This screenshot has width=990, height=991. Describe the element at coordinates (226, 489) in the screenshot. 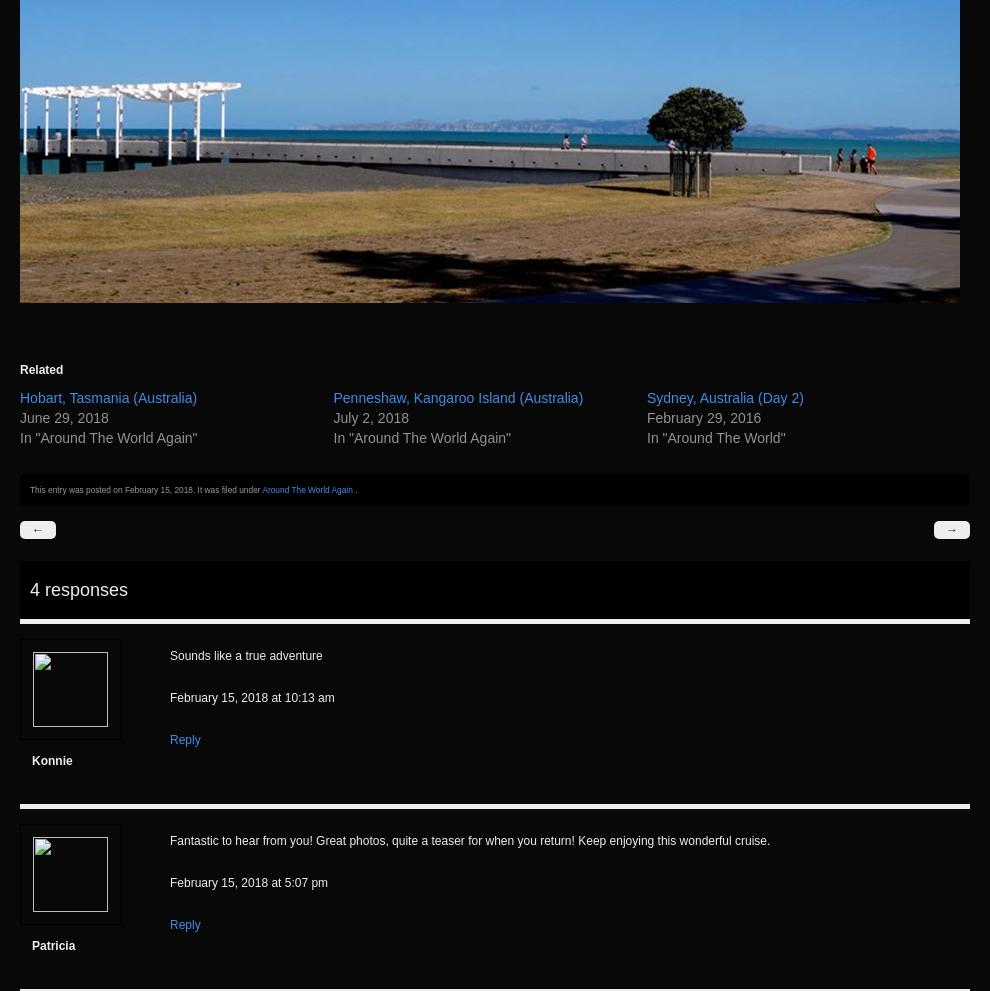

I see `'. It was filed under'` at that location.